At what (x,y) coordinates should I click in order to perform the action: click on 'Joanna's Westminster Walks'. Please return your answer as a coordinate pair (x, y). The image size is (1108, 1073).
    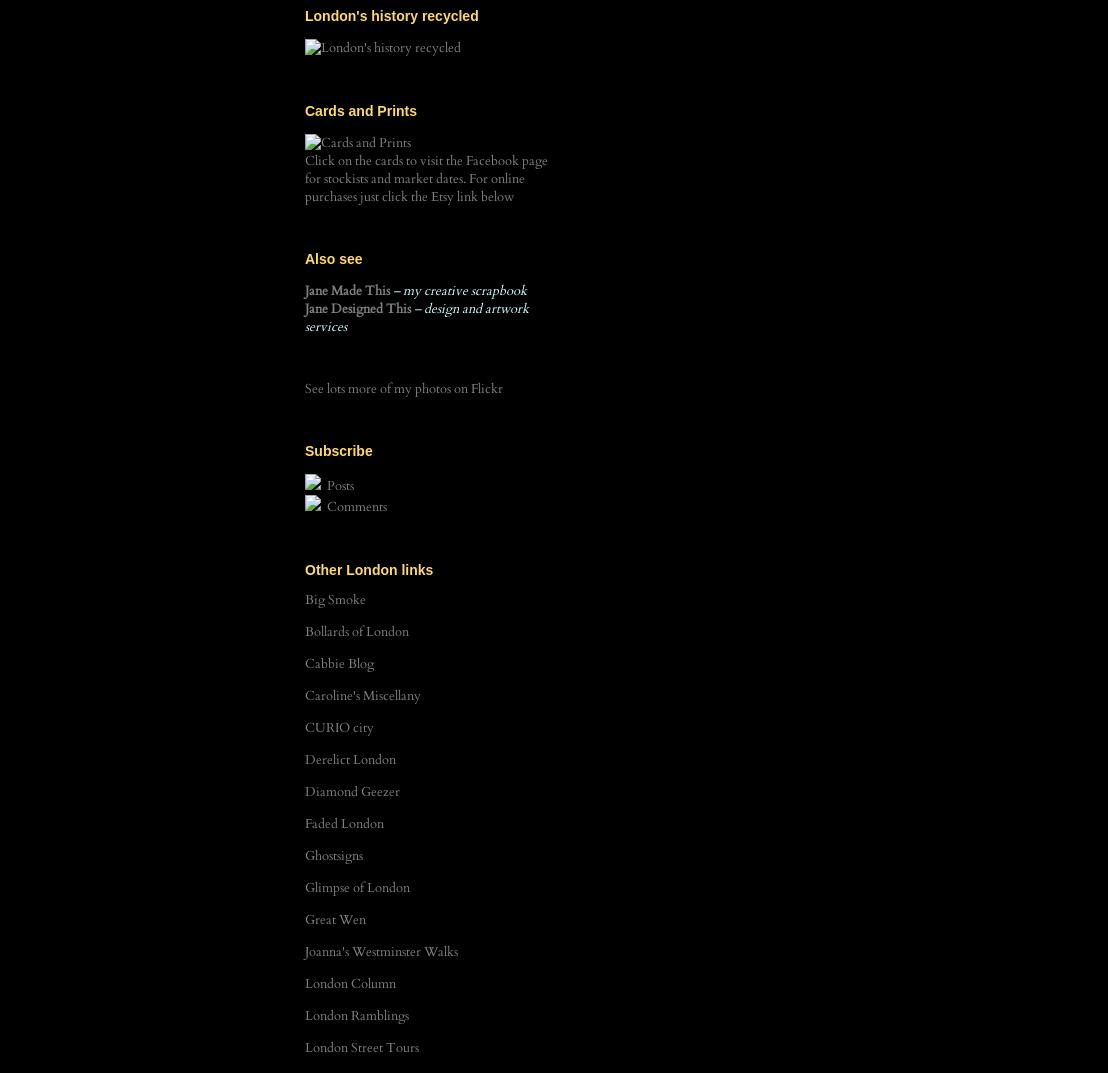
    Looking at the image, I should click on (381, 951).